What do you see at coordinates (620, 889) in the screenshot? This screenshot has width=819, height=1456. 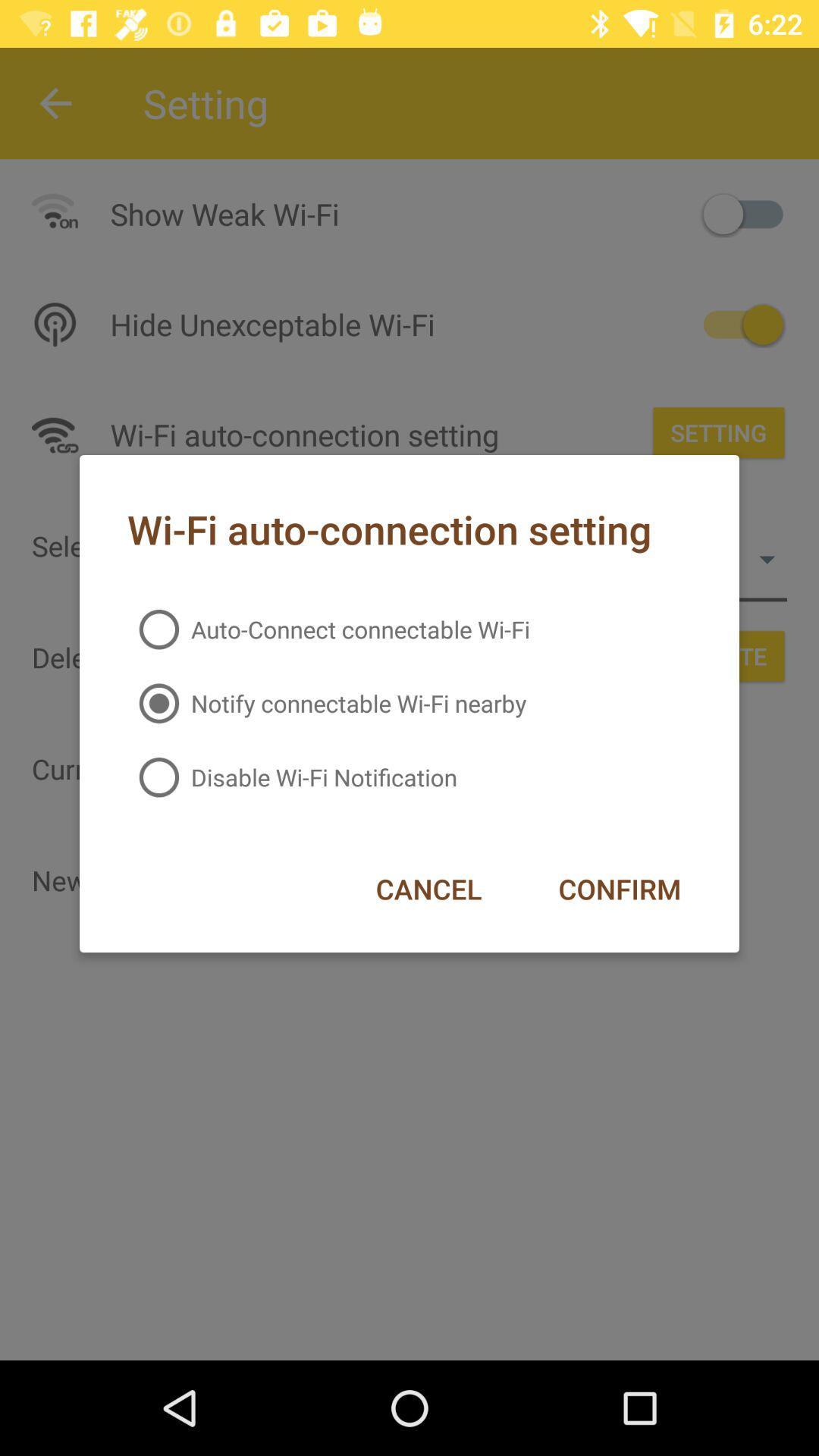 I see `item below notify connectable wi icon` at bounding box center [620, 889].